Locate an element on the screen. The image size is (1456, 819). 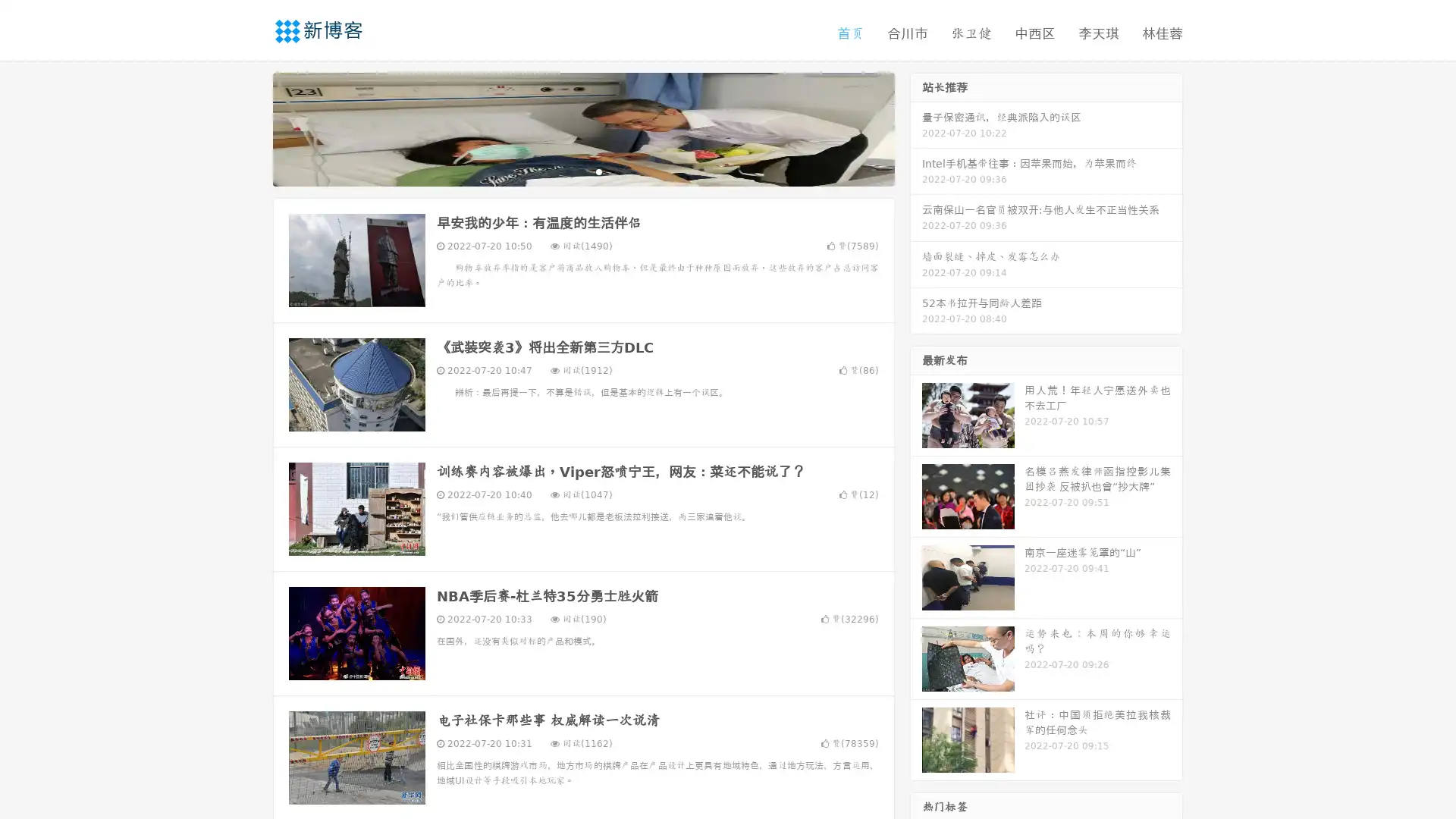
Go to slide 1 is located at coordinates (567, 171).